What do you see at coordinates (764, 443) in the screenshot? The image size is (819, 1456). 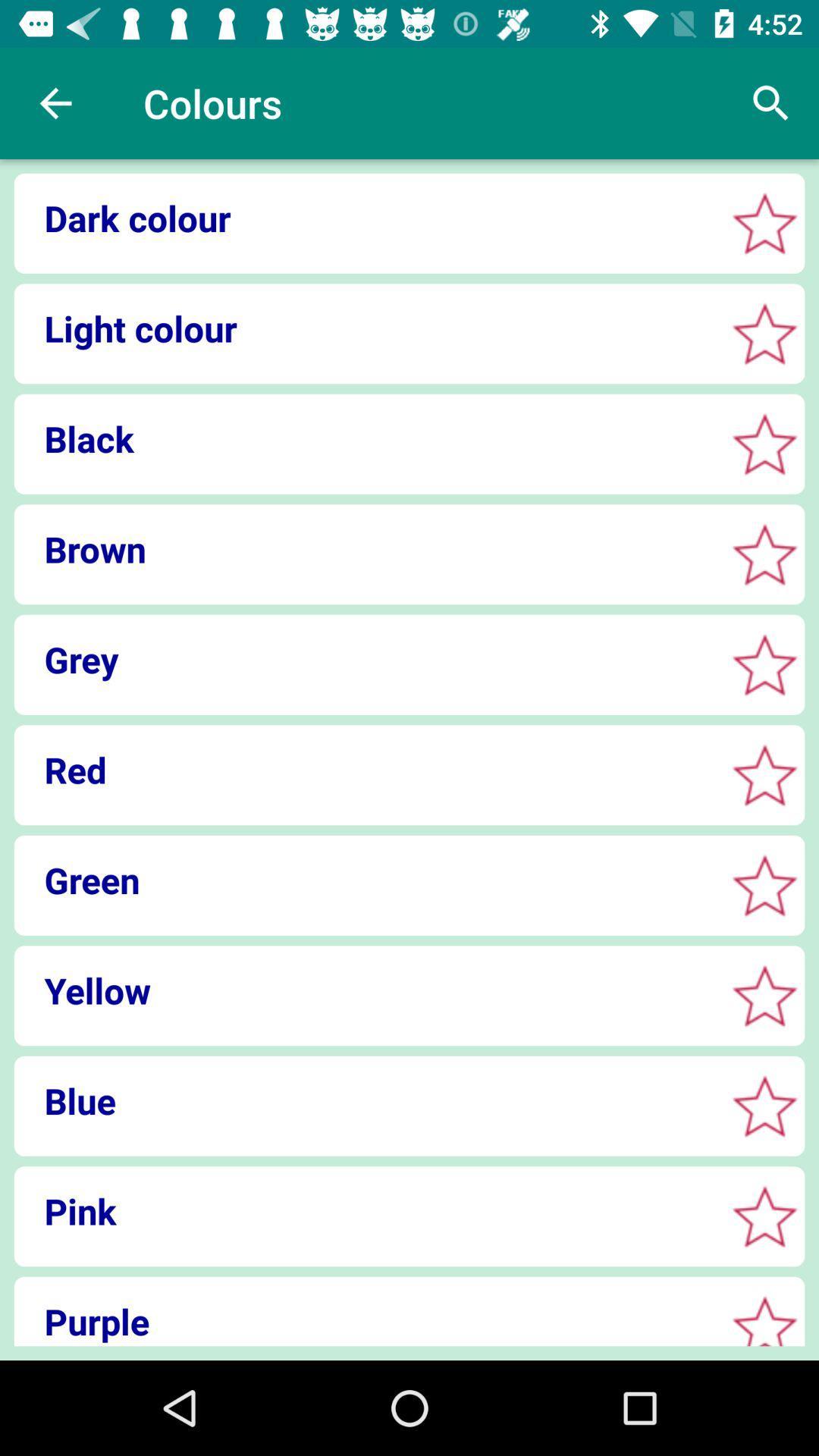 I see `color option` at bounding box center [764, 443].